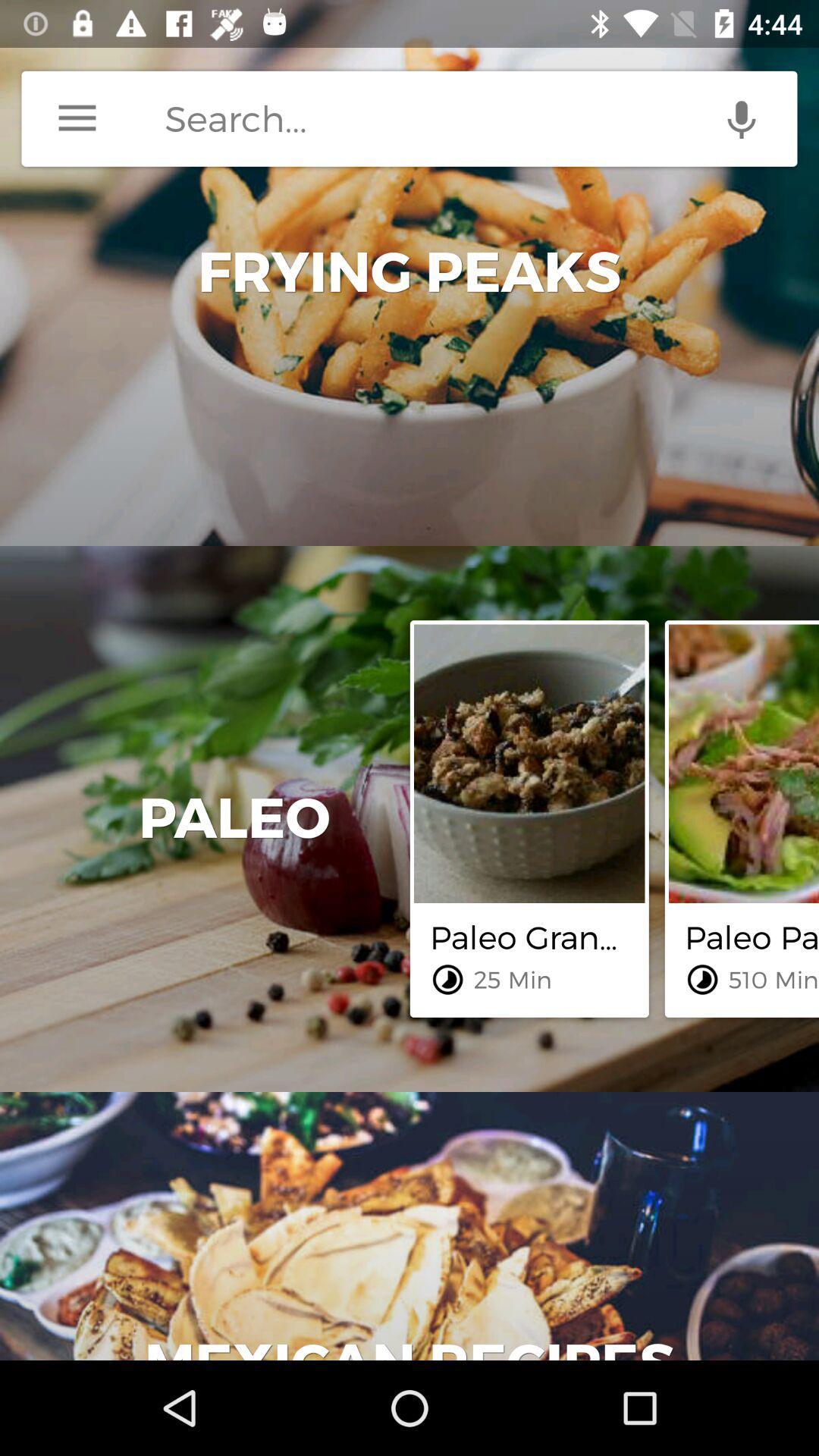  Describe the element at coordinates (77, 118) in the screenshot. I see `menu button` at that location.